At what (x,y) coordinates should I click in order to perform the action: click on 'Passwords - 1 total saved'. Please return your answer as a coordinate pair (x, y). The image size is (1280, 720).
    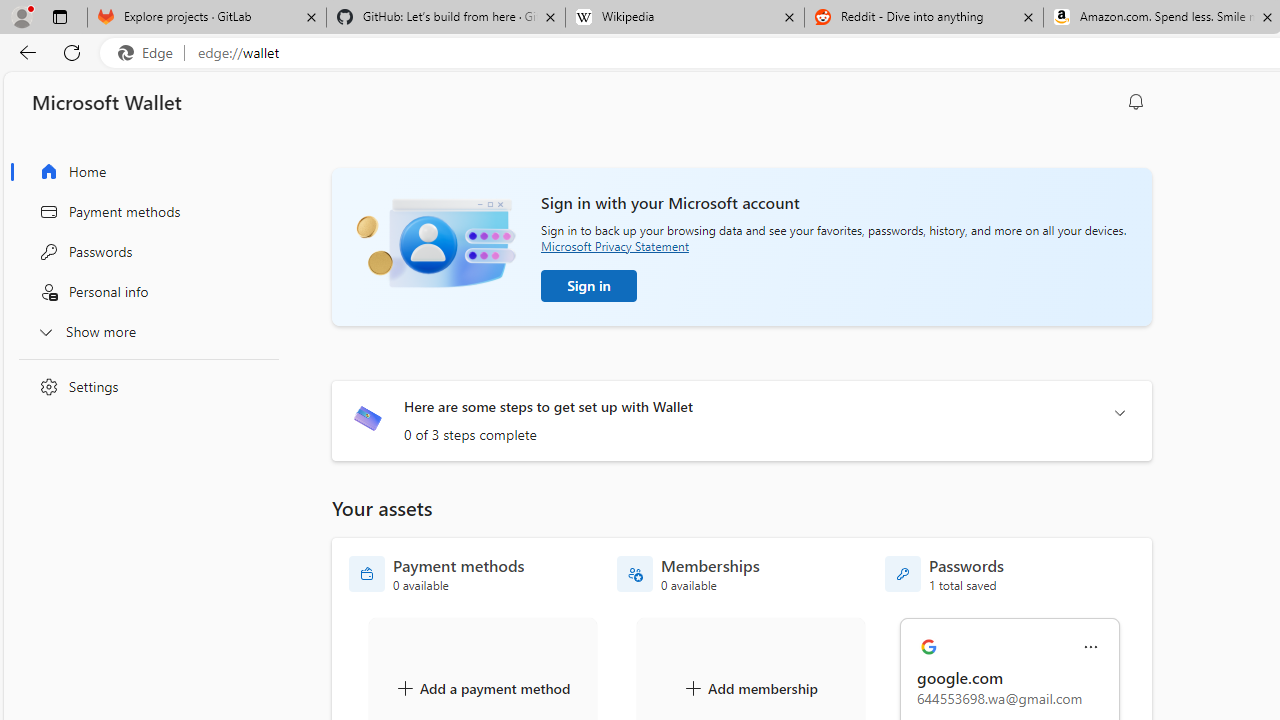
    Looking at the image, I should click on (943, 574).